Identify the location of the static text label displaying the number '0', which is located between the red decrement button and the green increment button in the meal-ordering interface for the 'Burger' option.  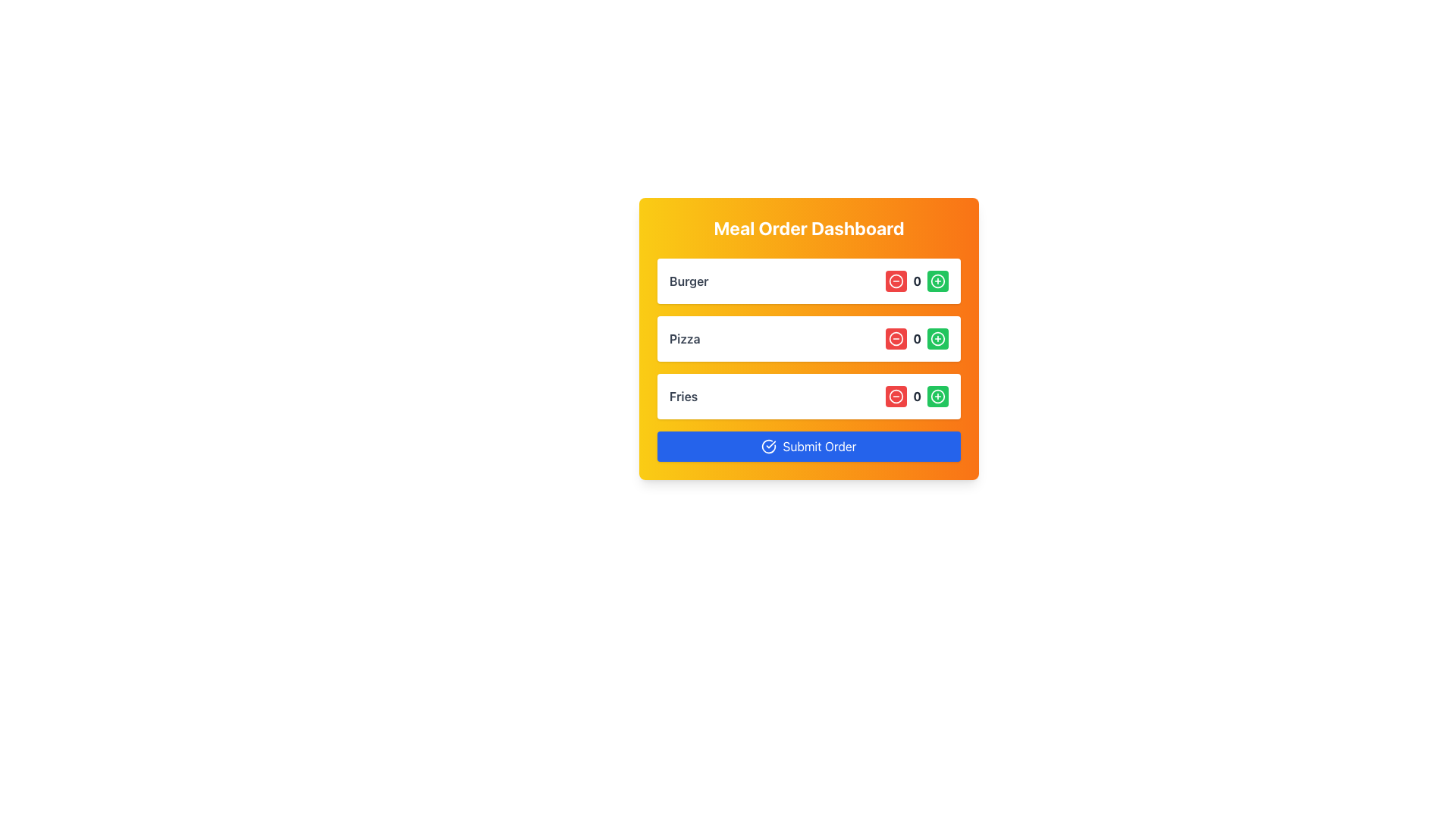
(916, 281).